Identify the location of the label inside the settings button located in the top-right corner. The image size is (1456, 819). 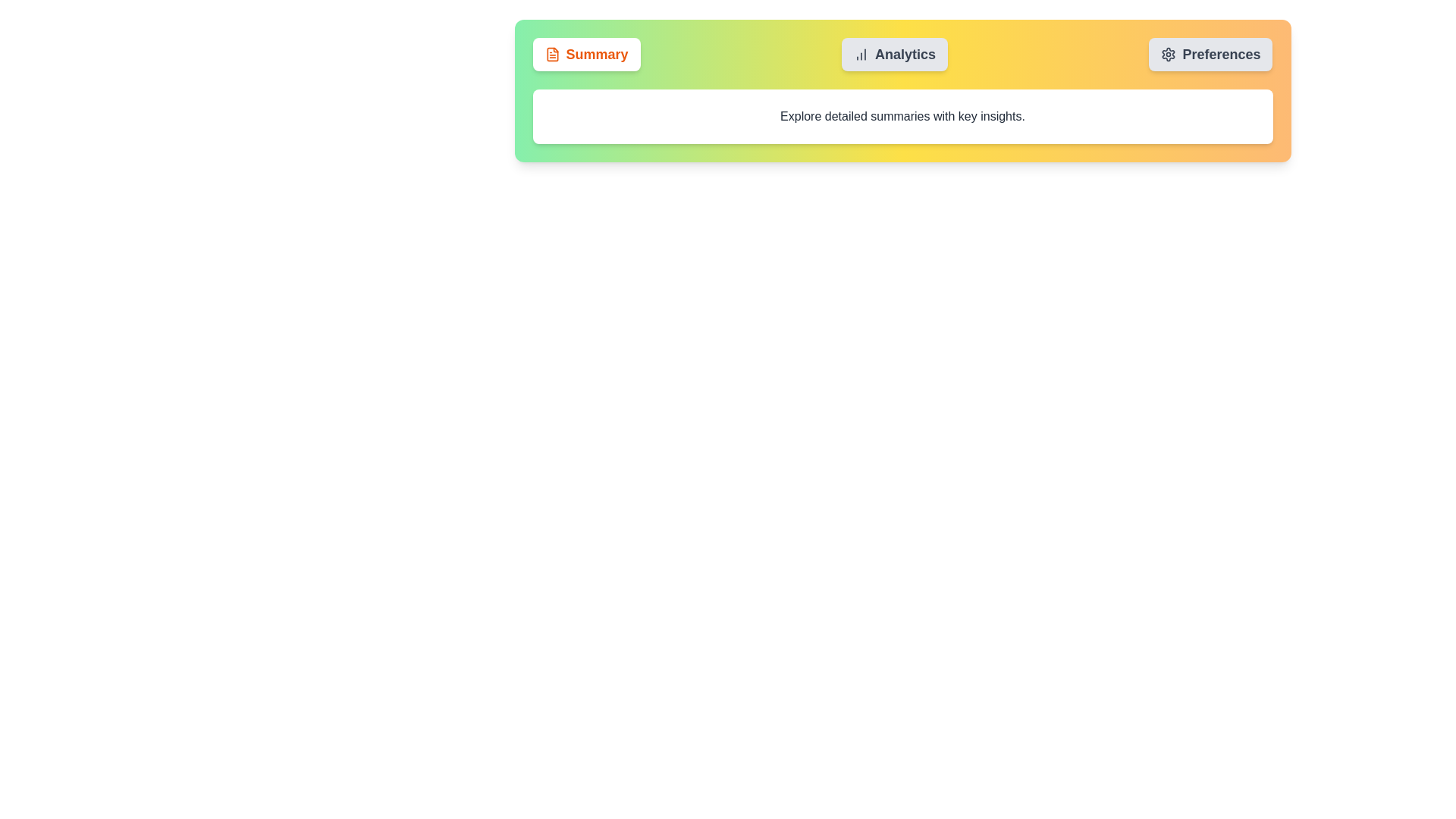
(1220, 54).